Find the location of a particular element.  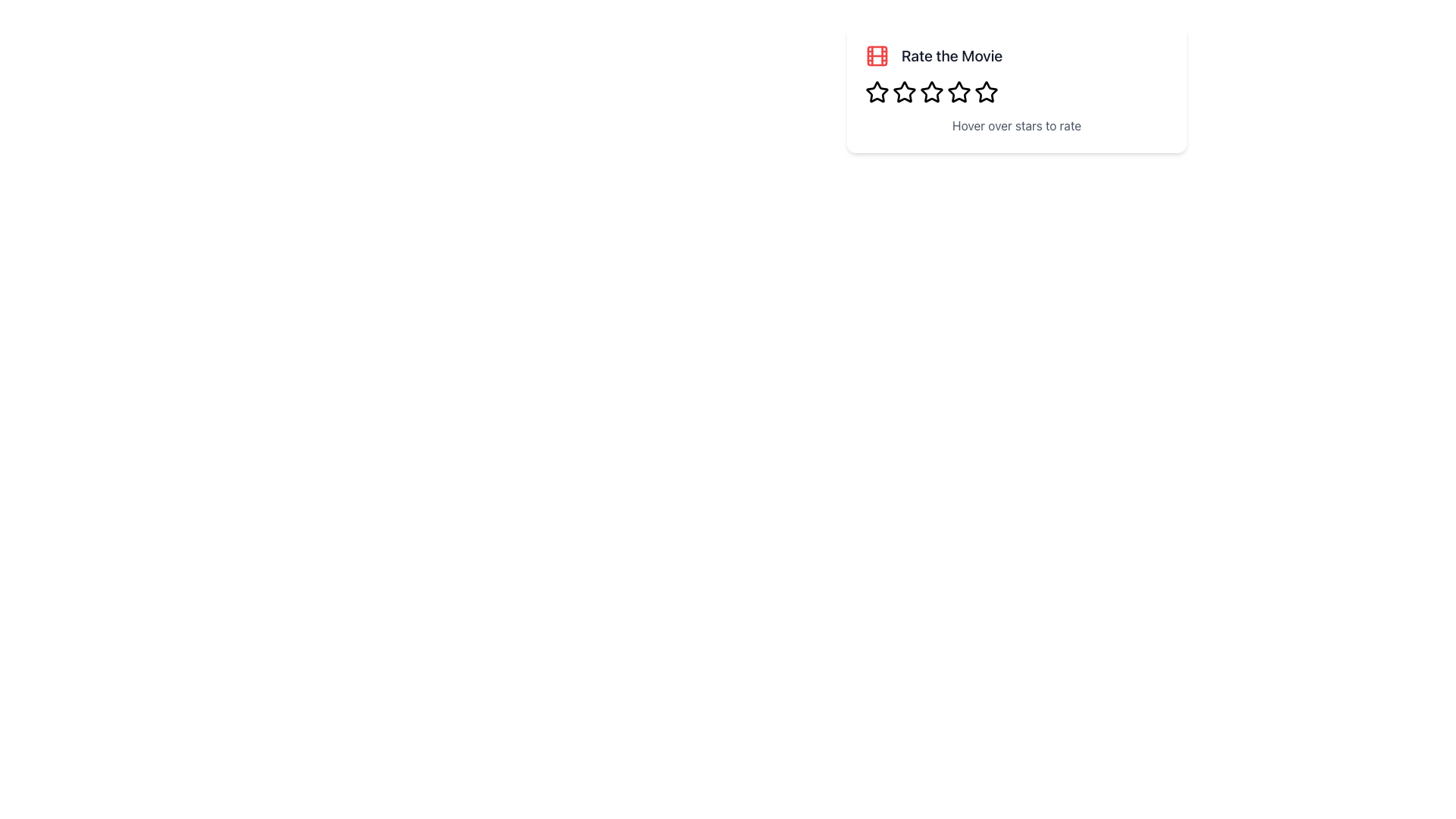

the third star icon in the star rating control bar, which is characterized by a light grey outline and a black stroke, indicating a rating level is located at coordinates (959, 92).